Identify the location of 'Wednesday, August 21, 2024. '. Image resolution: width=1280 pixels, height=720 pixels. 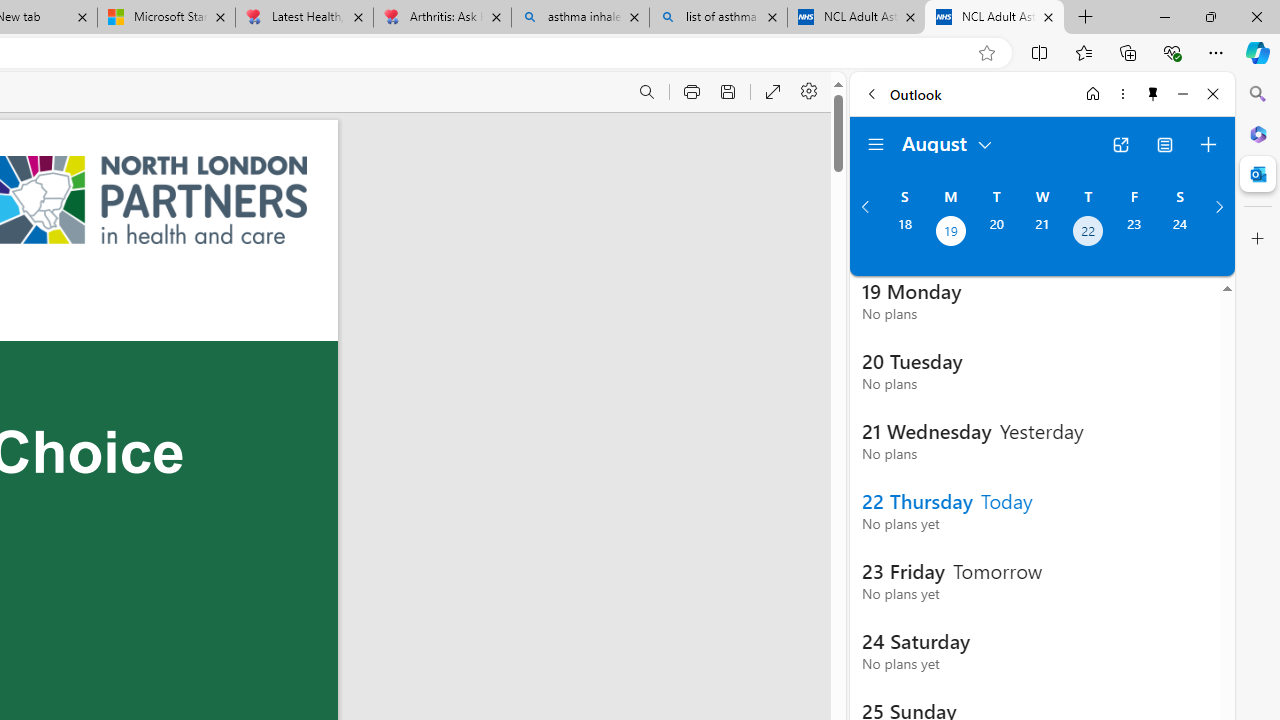
(1041, 232).